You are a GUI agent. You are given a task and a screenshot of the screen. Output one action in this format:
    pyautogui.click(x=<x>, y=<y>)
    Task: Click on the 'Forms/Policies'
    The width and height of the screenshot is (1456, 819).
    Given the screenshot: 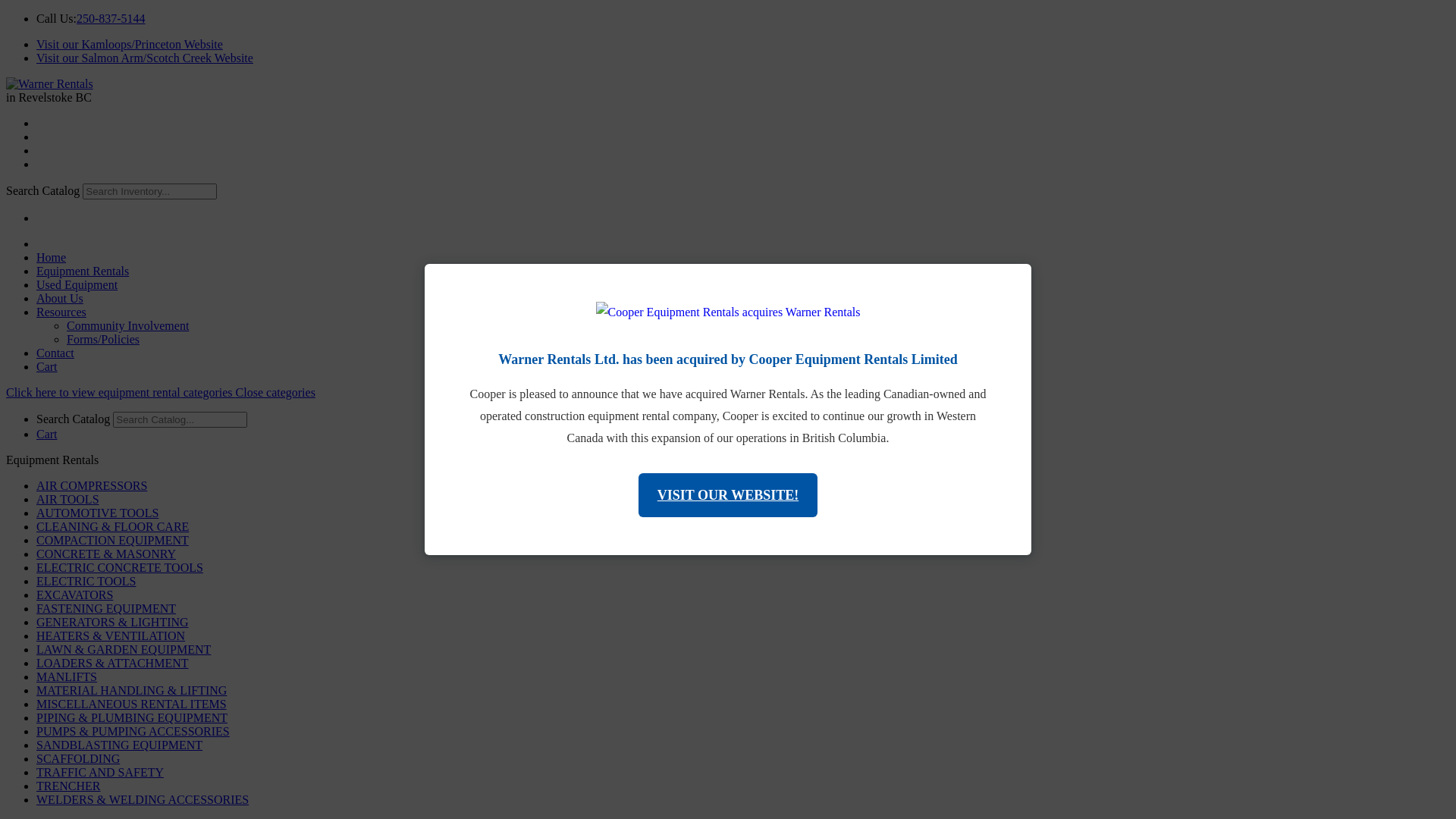 What is the action you would take?
    pyautogui.click(x=102, y=338)
    